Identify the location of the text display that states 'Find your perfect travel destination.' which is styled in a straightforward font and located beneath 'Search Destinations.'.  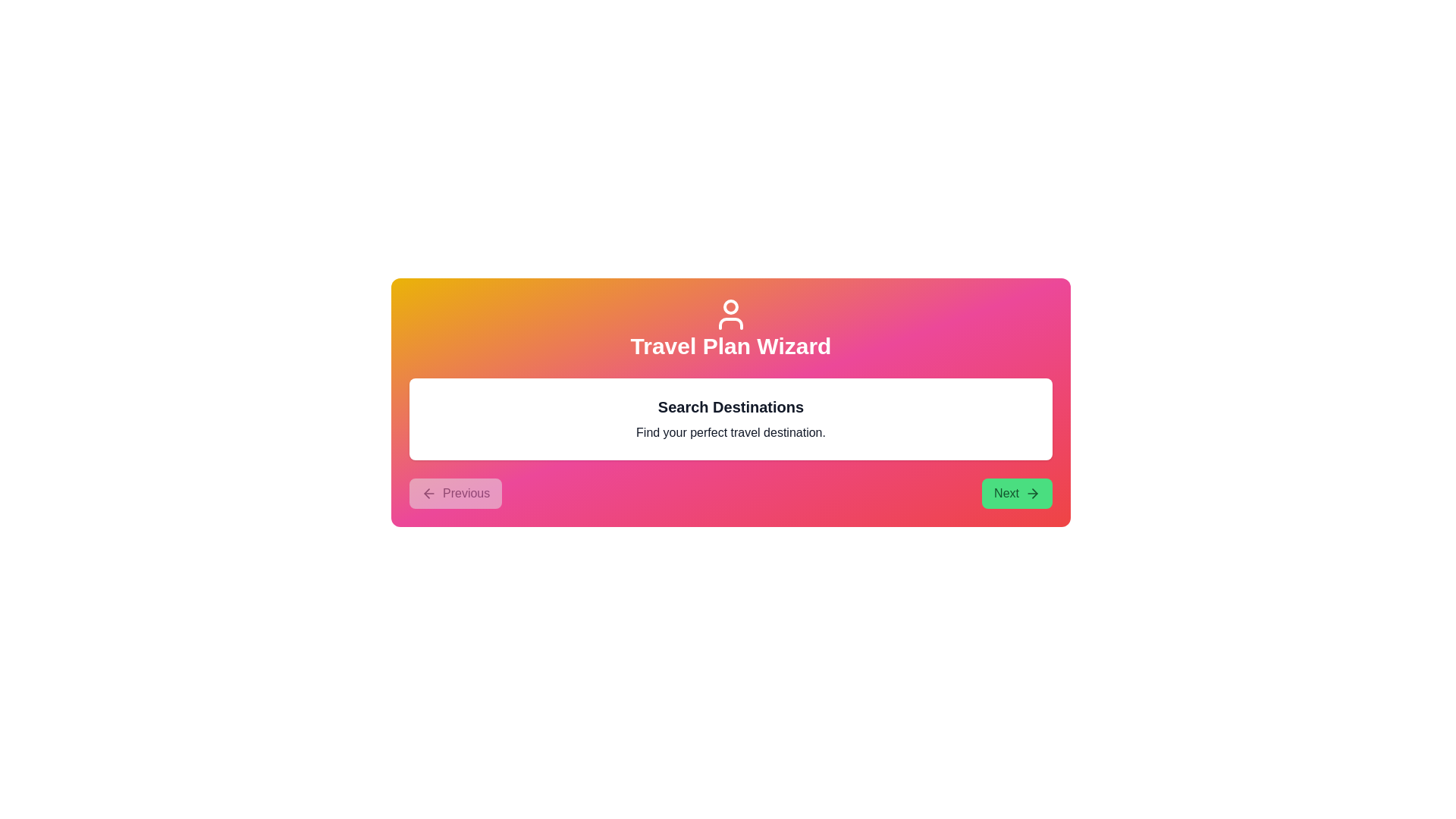
(731, 432).